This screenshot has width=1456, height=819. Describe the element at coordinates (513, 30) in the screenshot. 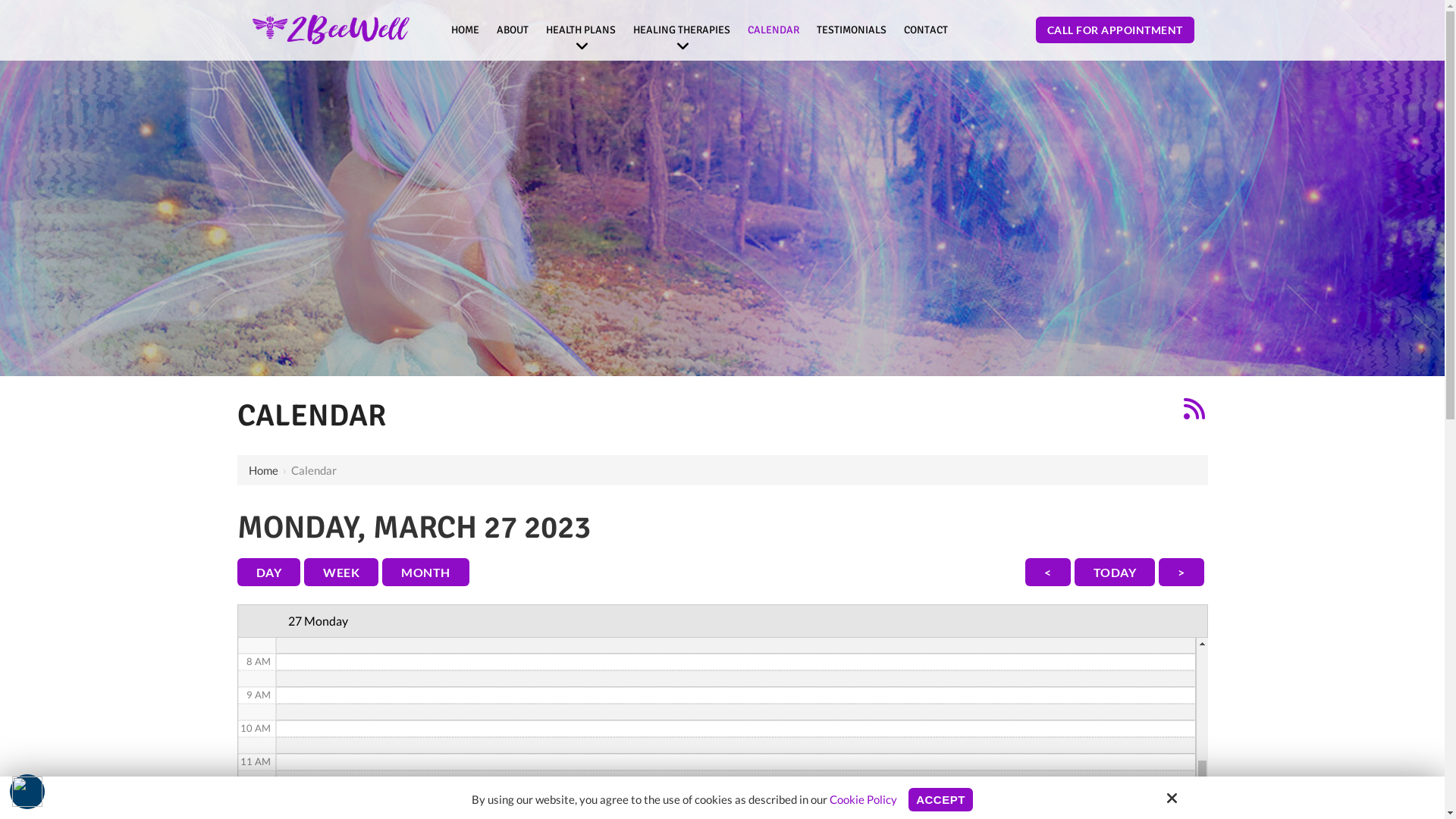

I see `'ABOUT'` at that location.